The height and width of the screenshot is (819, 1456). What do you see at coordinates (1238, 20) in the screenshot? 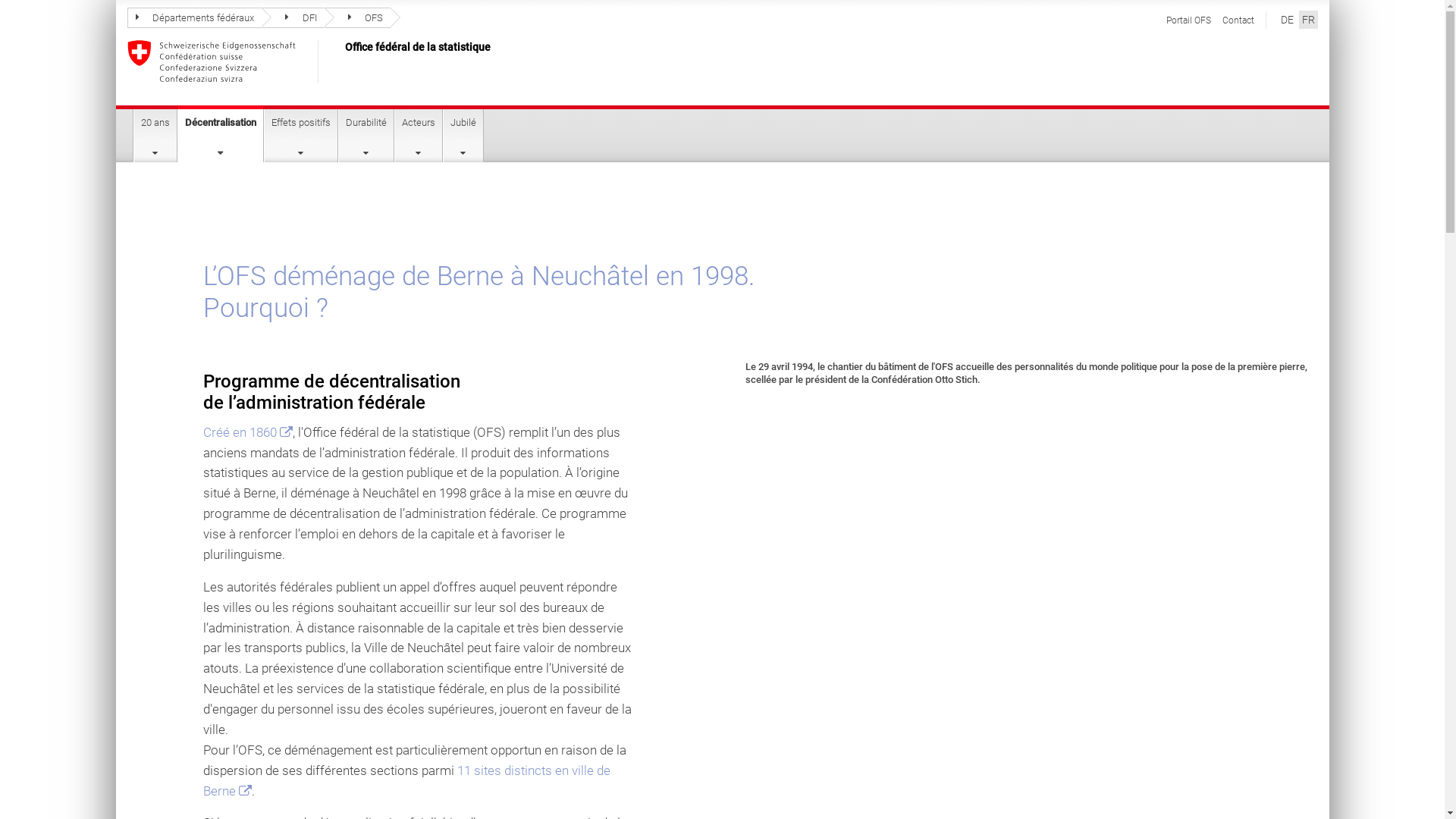
I see `'Contact'` at bounding box center [1238, 20].